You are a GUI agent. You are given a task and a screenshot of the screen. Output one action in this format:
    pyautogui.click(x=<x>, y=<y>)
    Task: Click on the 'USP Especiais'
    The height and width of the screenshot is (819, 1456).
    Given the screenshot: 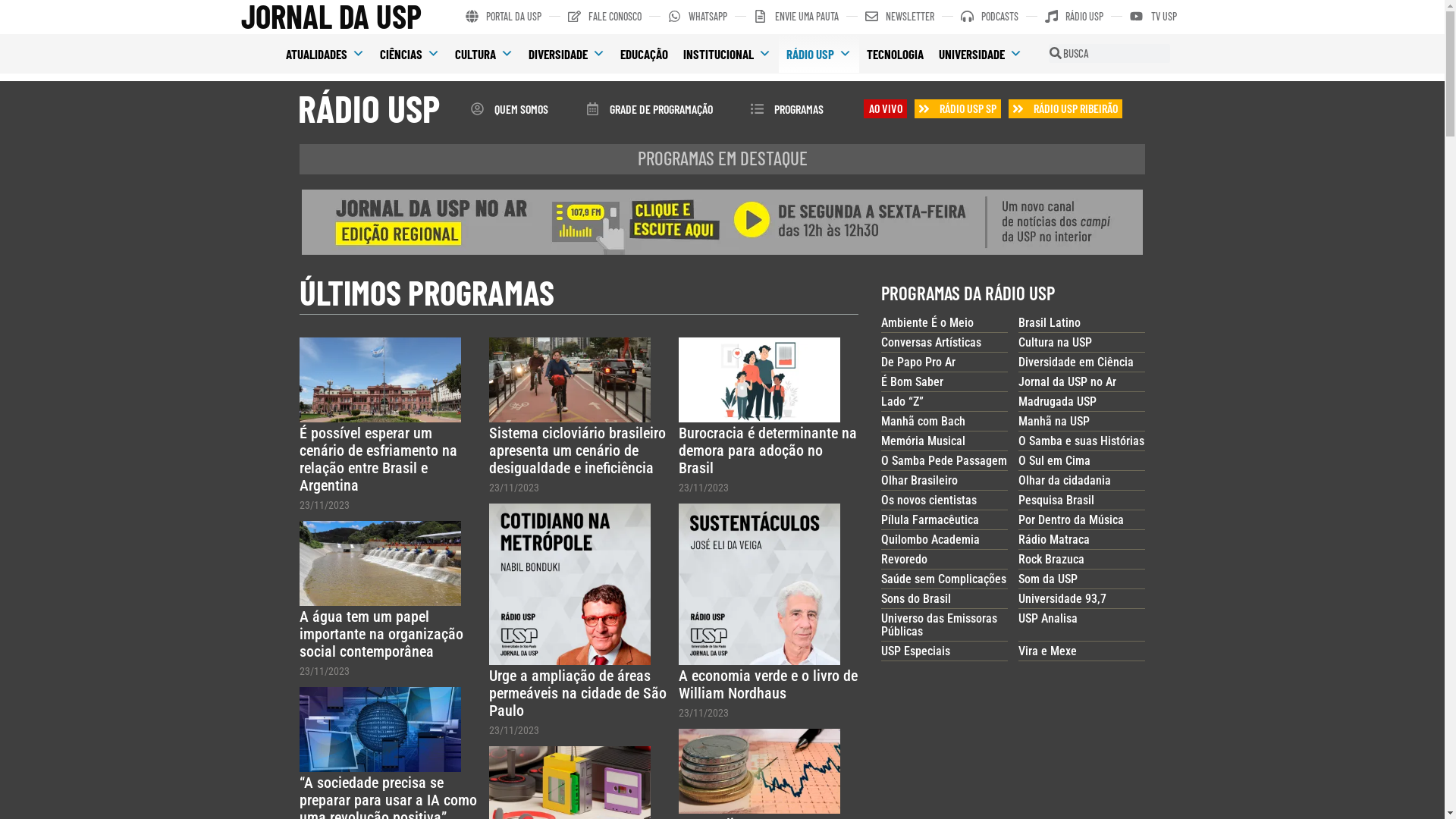 What is the action you would take?
    pyautogui.click(x=880, y=650)
    